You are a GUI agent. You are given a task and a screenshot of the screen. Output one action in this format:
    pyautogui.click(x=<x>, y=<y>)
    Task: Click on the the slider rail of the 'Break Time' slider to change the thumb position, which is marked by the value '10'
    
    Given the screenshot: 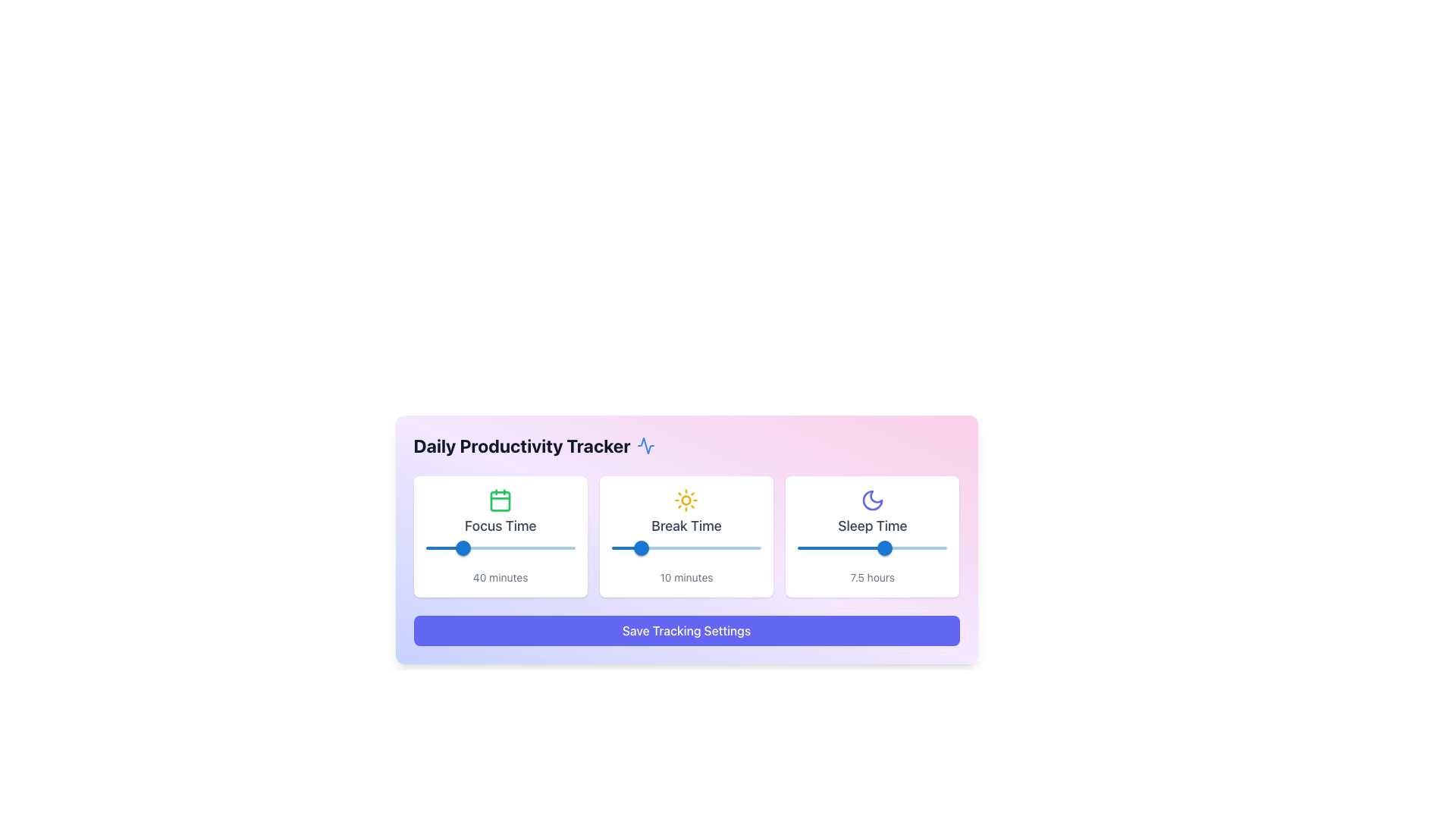 What is the action you would take?
    pyautogui.click(x=686, y=548)
    